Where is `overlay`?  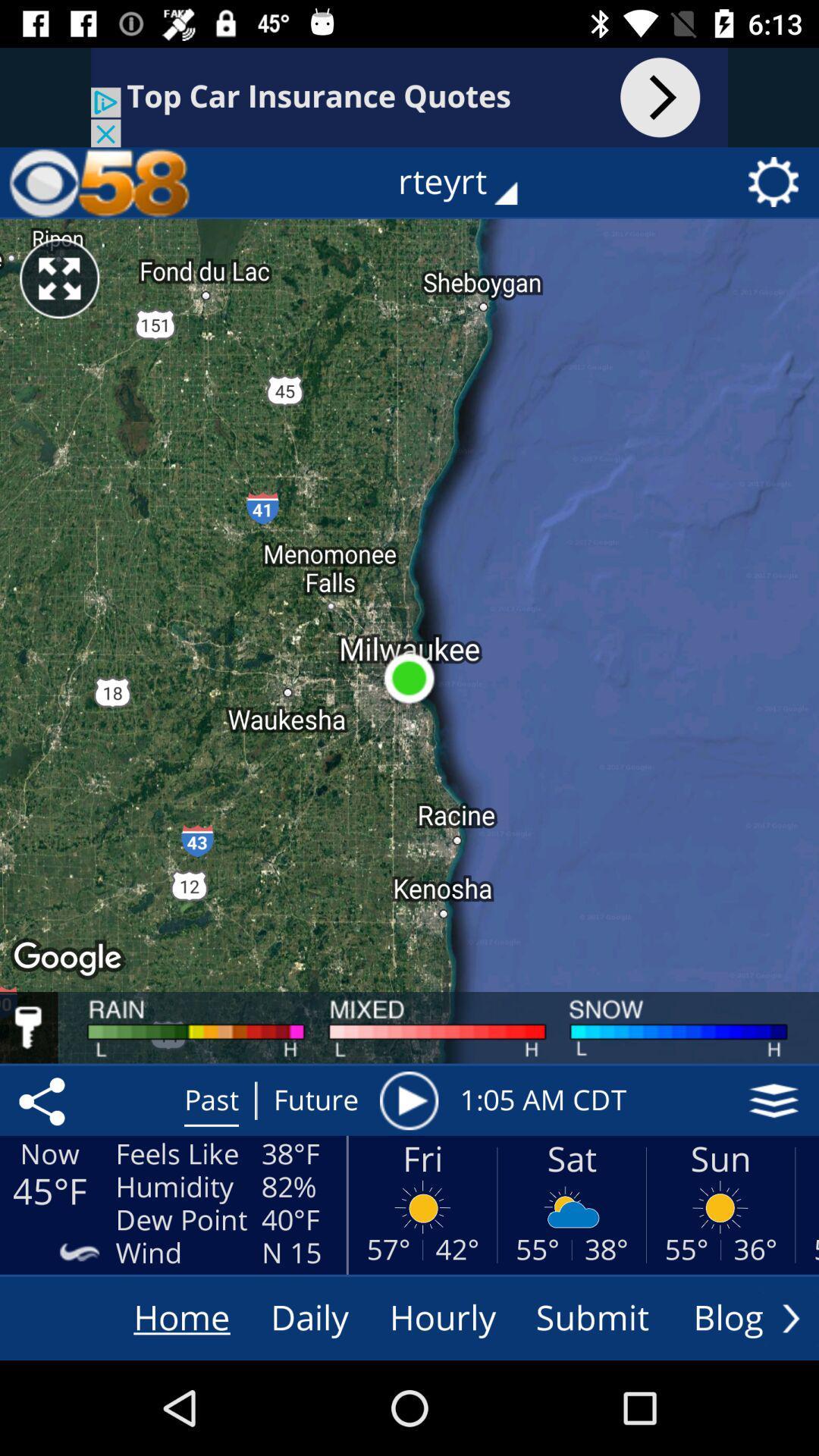 overlay is located at coordinates (773, 1100).